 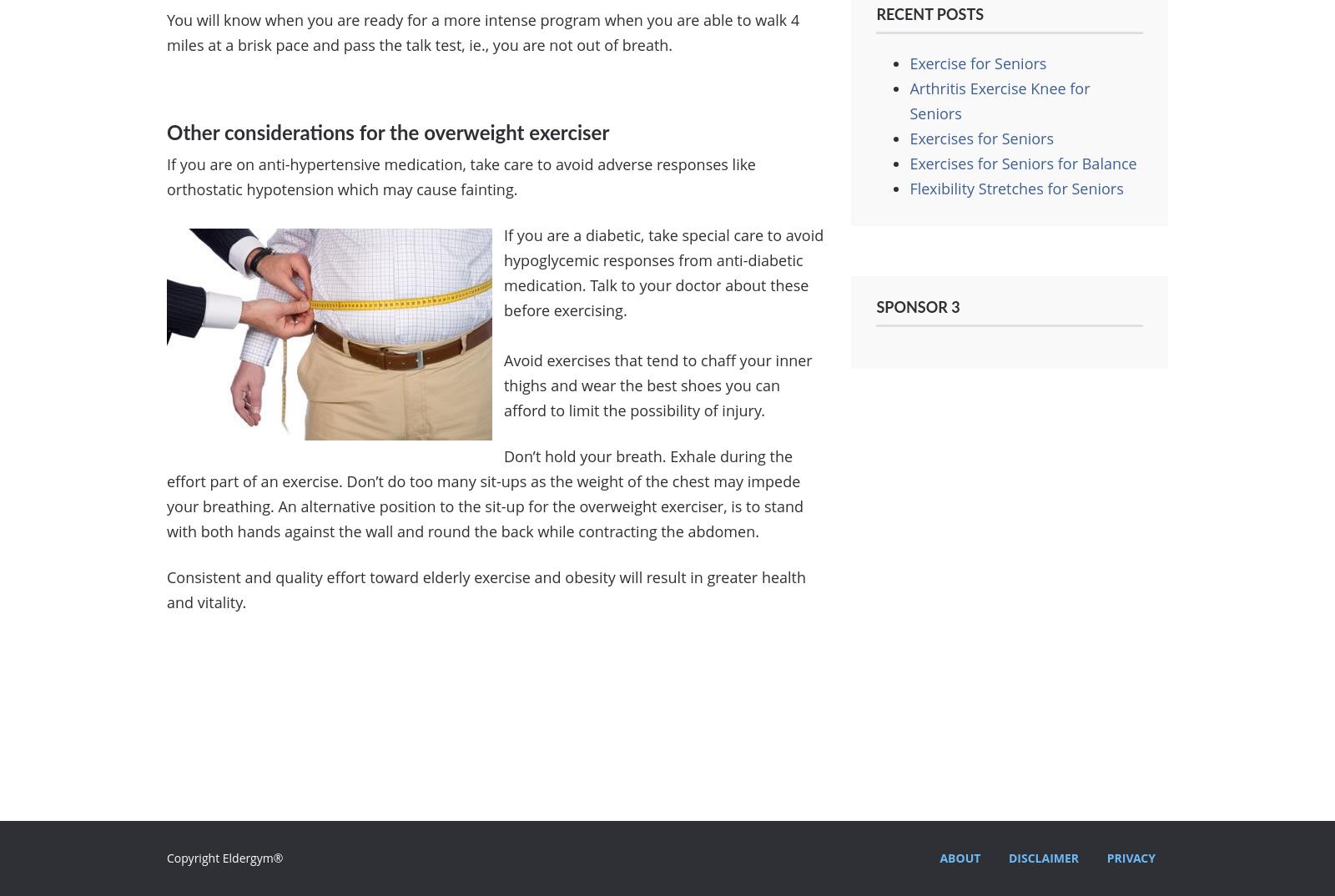 What do you see at coordinates (484, 492) in the screenshot?
I see `'Don’t hold your breath. Exhale during the effort part of an exercise. Don’t do too many sit-ups as the weight of the chest may impede your breathing. An alternative position to the sit-up for the overweight exerciser, is to stand with both hands against the wall and round the back while contracting the abdomen.'` at bounding box center [484, 492].